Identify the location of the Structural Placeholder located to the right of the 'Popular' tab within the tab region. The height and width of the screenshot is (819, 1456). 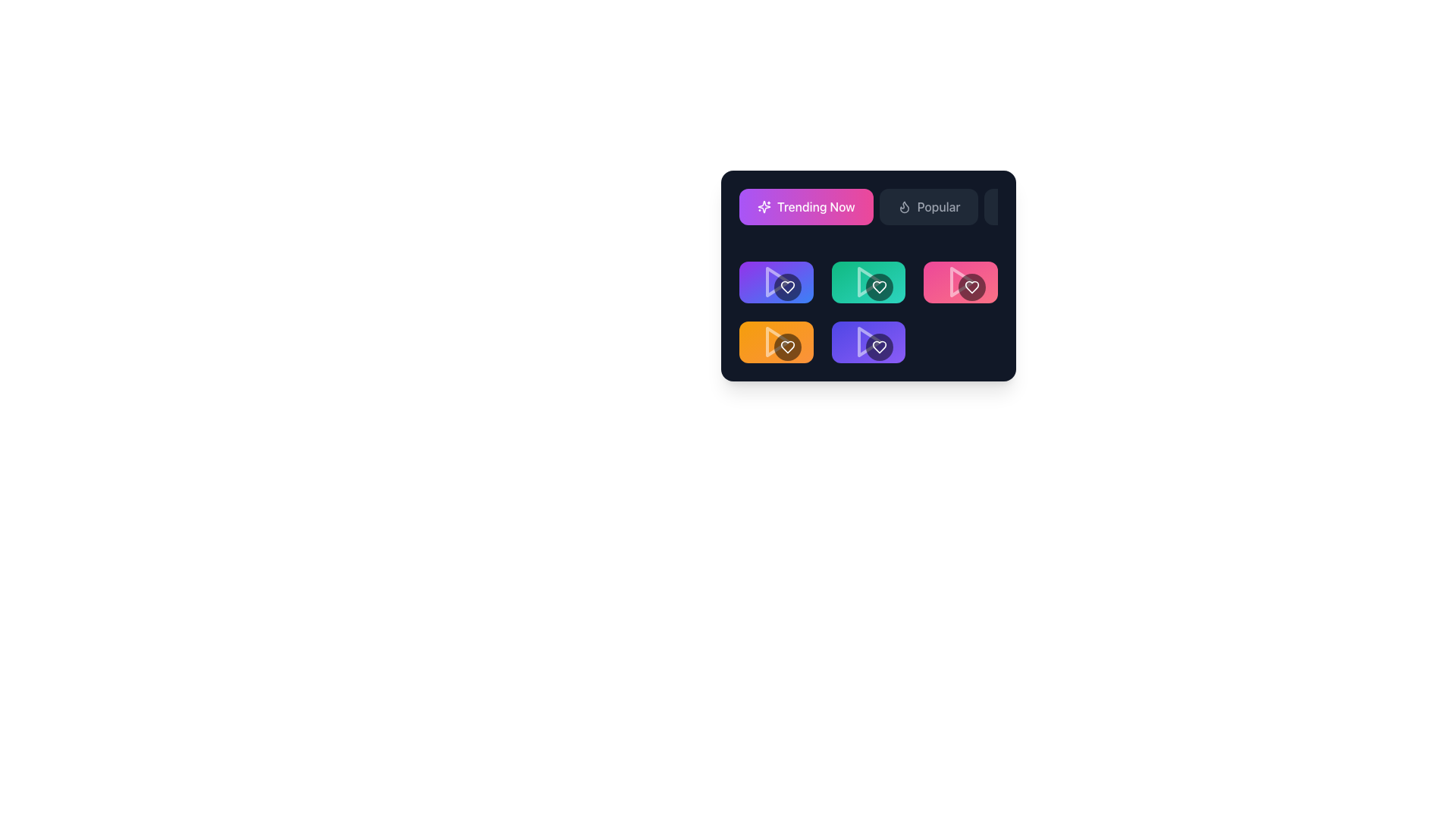
(960, 236).